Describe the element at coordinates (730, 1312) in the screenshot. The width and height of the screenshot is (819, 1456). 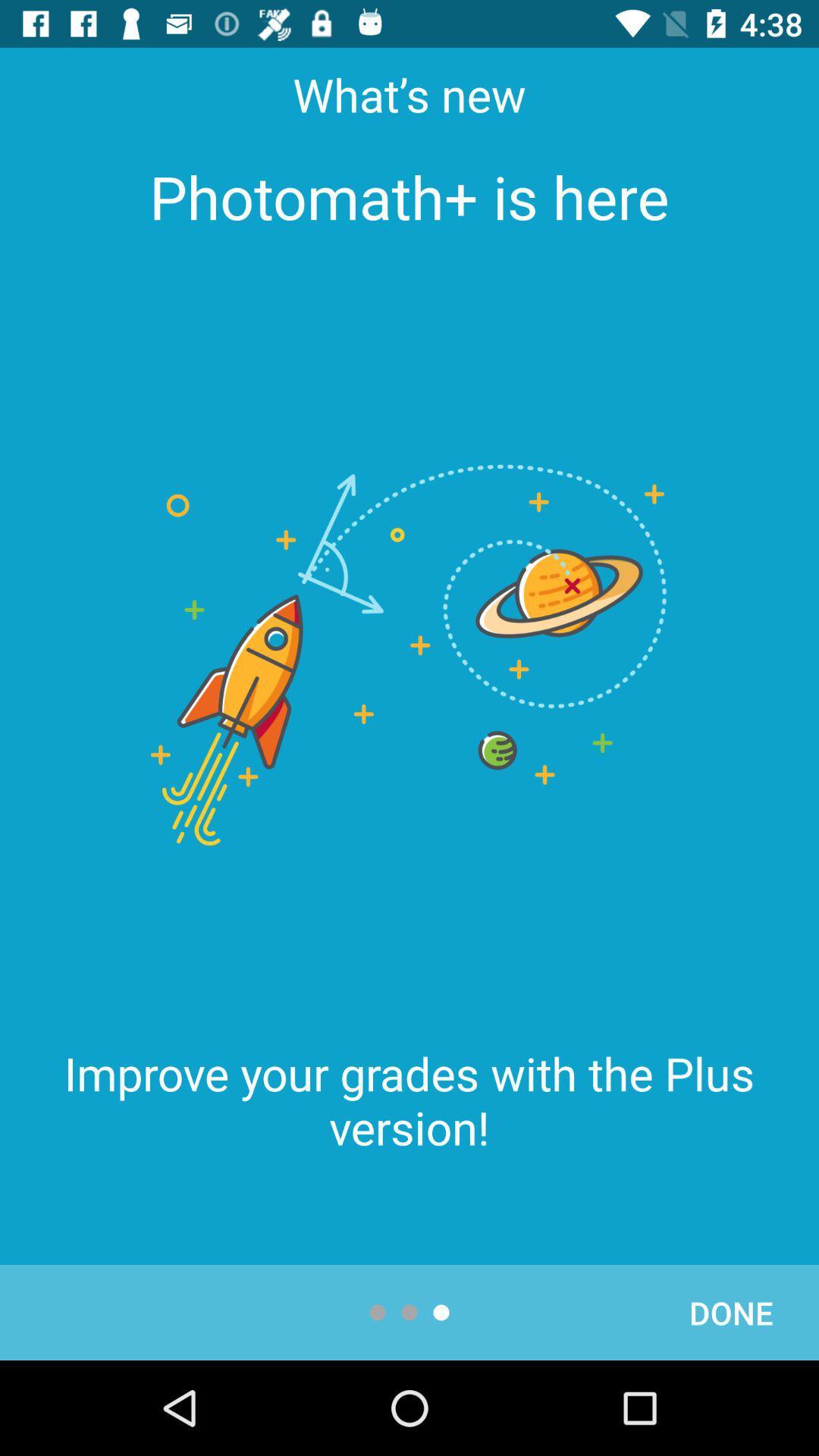
I see `item at the bottom right corner` at that location.